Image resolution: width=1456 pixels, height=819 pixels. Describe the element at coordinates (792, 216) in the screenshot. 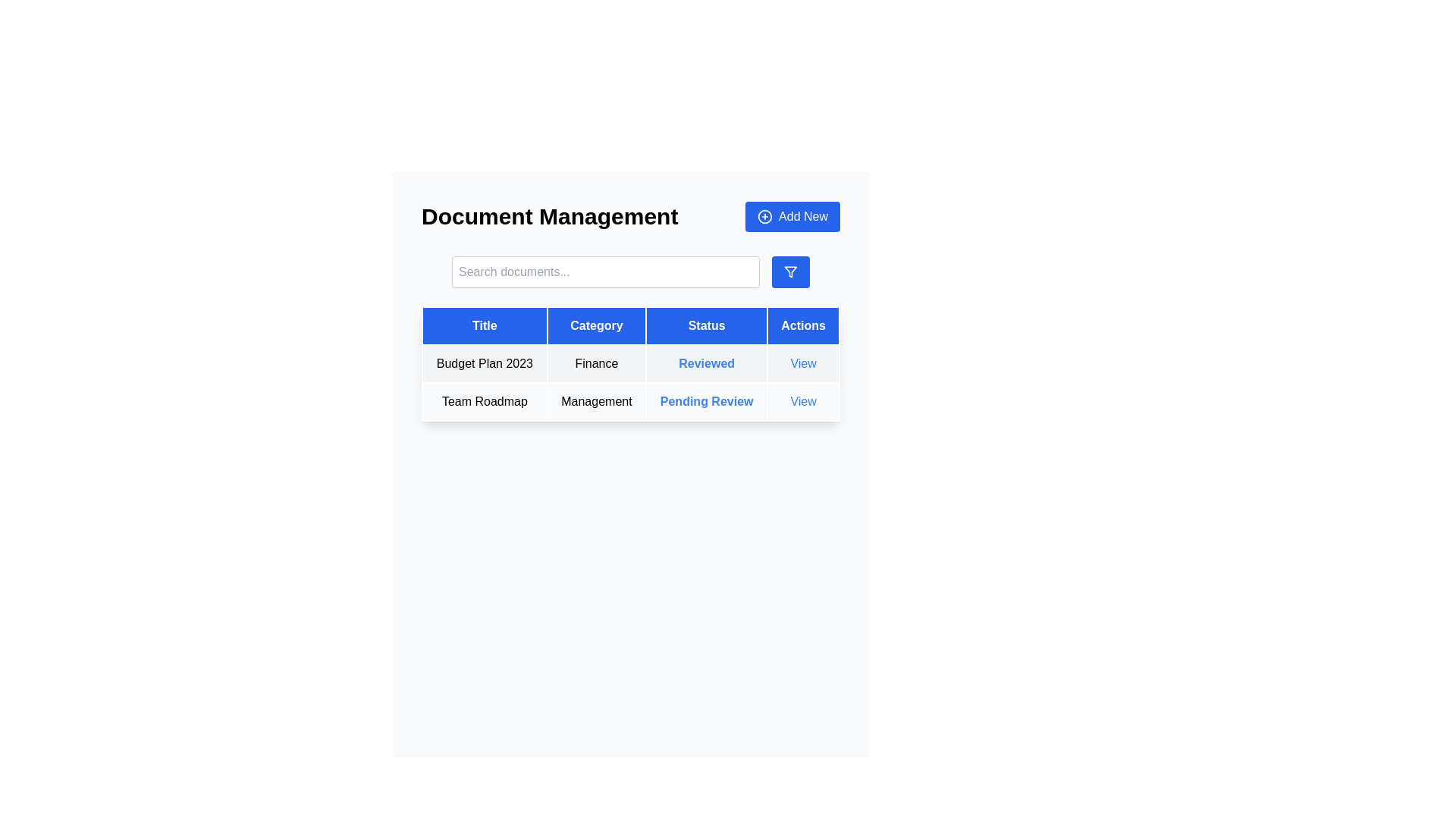

I see `the 'Add New' button located in the top-right corner of the header section next to the 'Document Management' title to trigger any hover effects` at that location.